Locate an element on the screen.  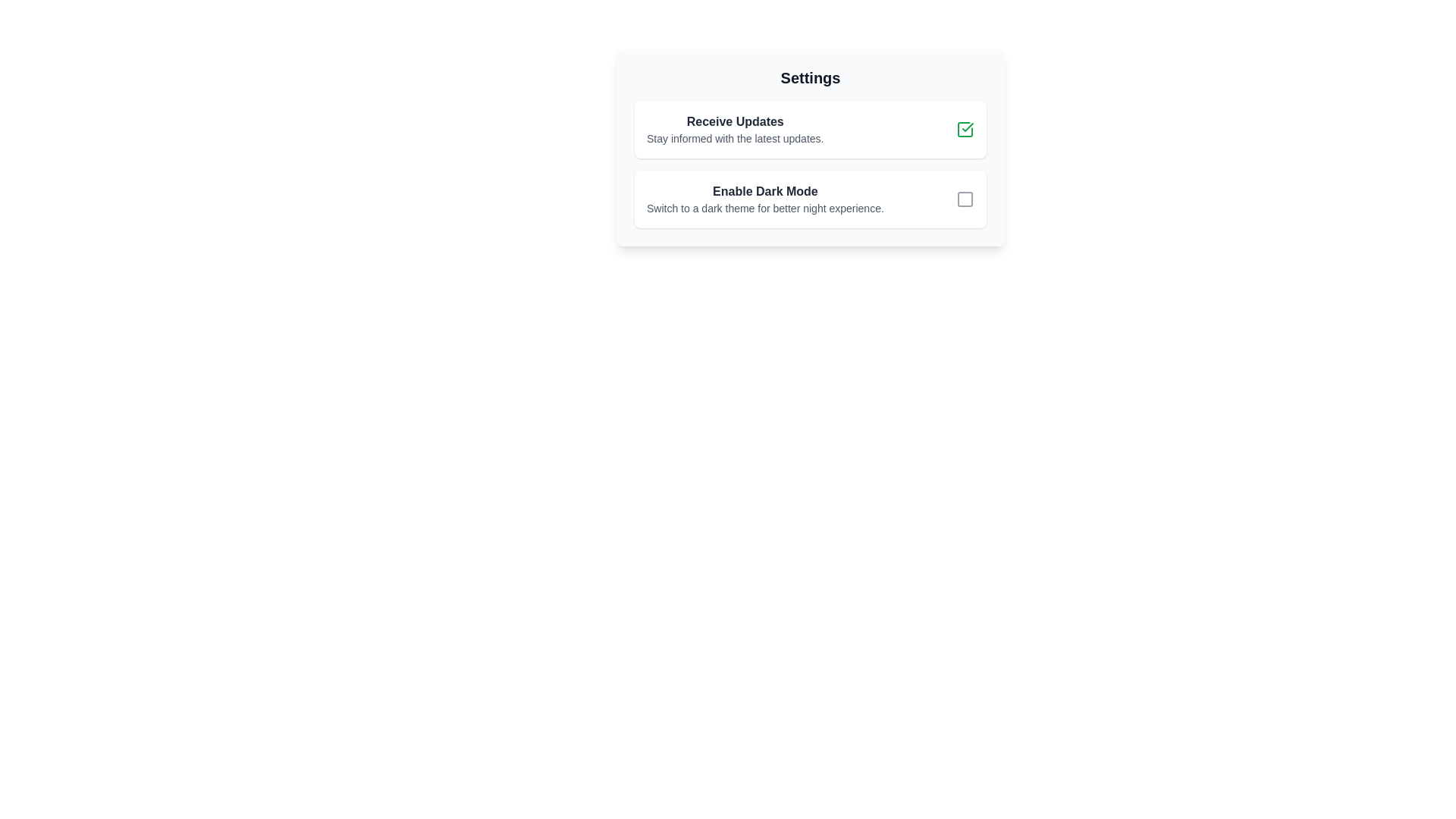
the static text that says 'Switch to a dark theme for better night experience.', which is located below the bold text 'Enable Dark Mode' is located at coordinates (765, 208).